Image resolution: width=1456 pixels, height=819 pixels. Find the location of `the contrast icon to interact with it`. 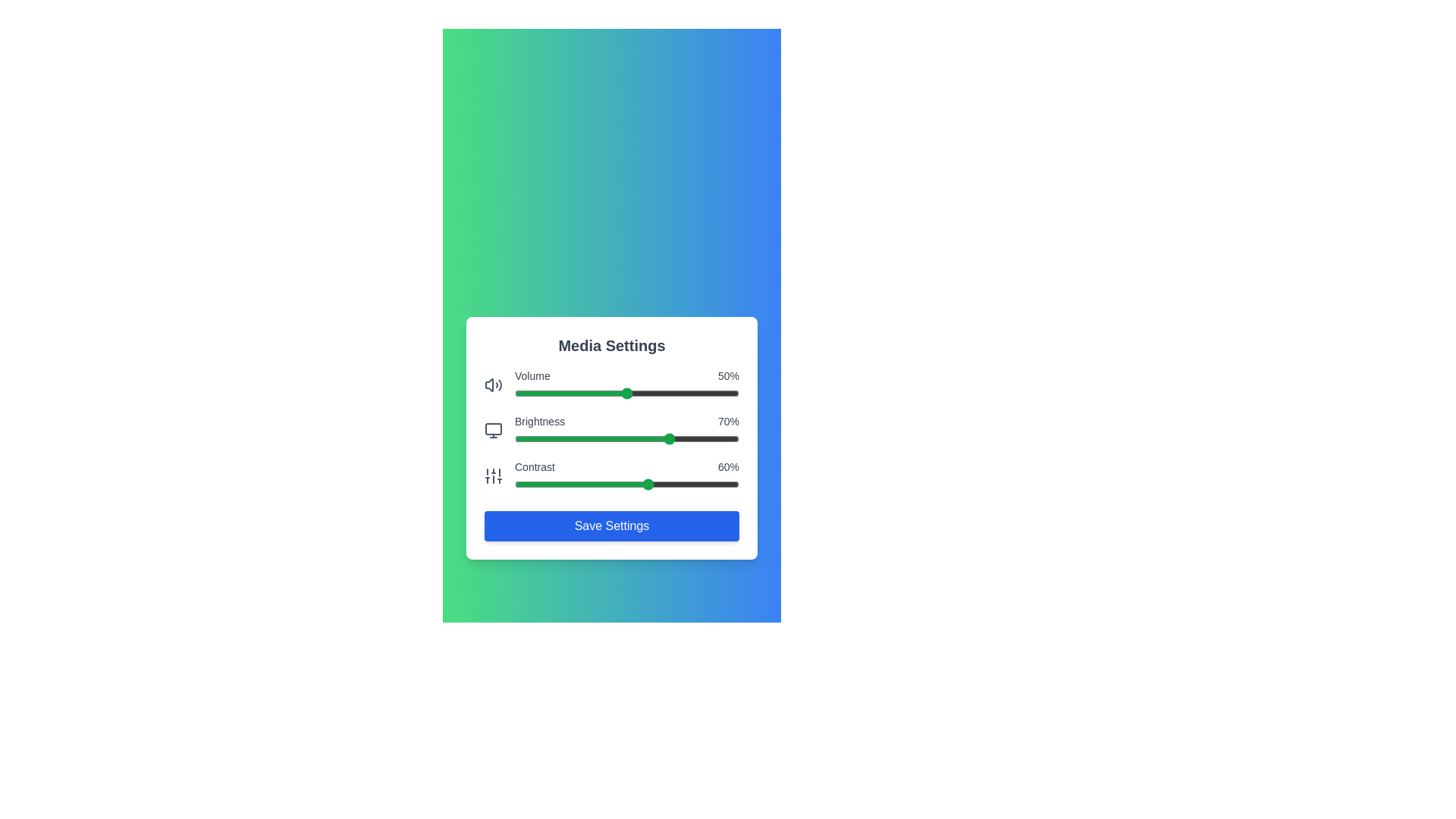

the contrast icon to interact with it is located at coordinates (494, 475).